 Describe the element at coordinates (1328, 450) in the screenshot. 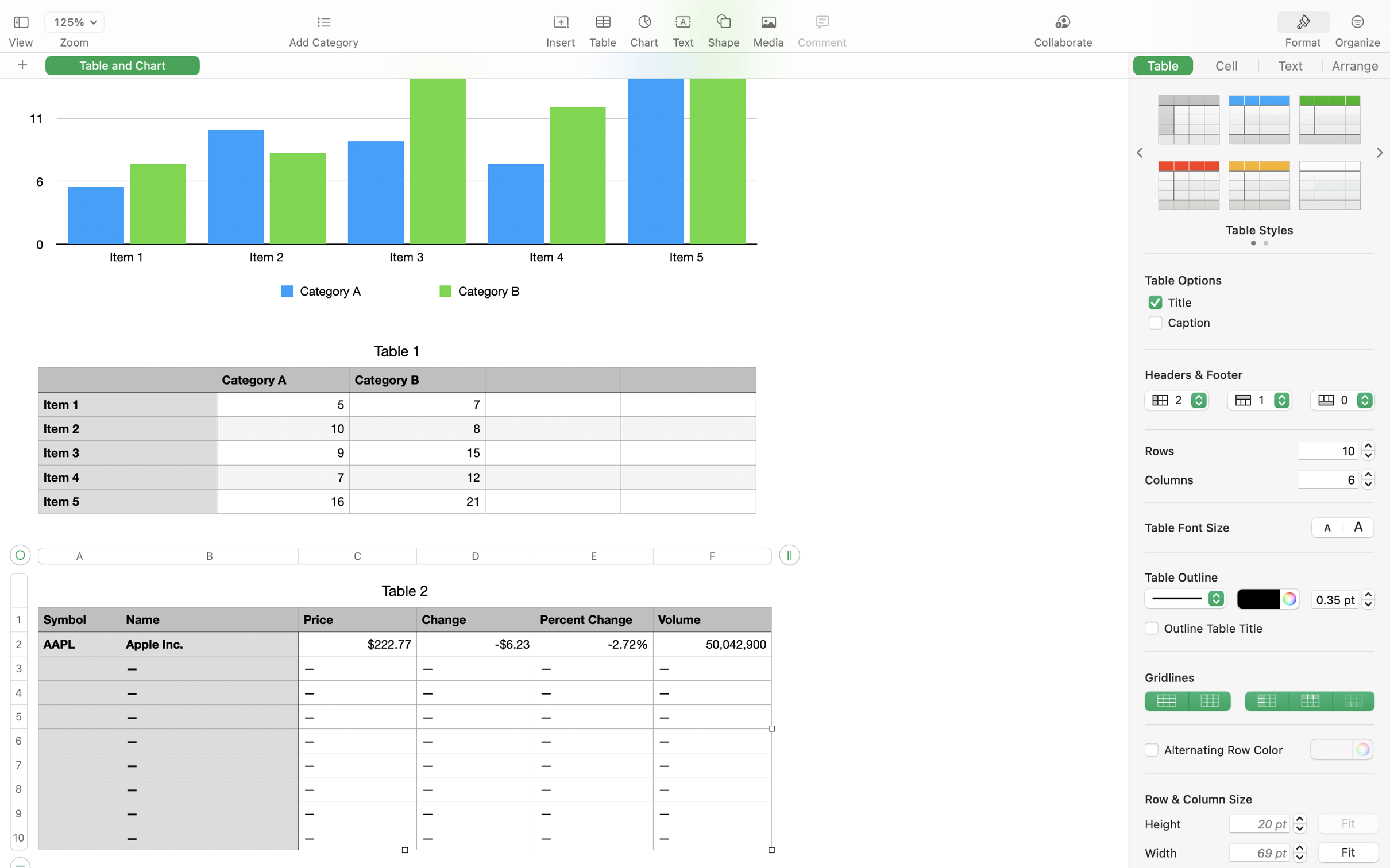

I see `'10'` at that location.